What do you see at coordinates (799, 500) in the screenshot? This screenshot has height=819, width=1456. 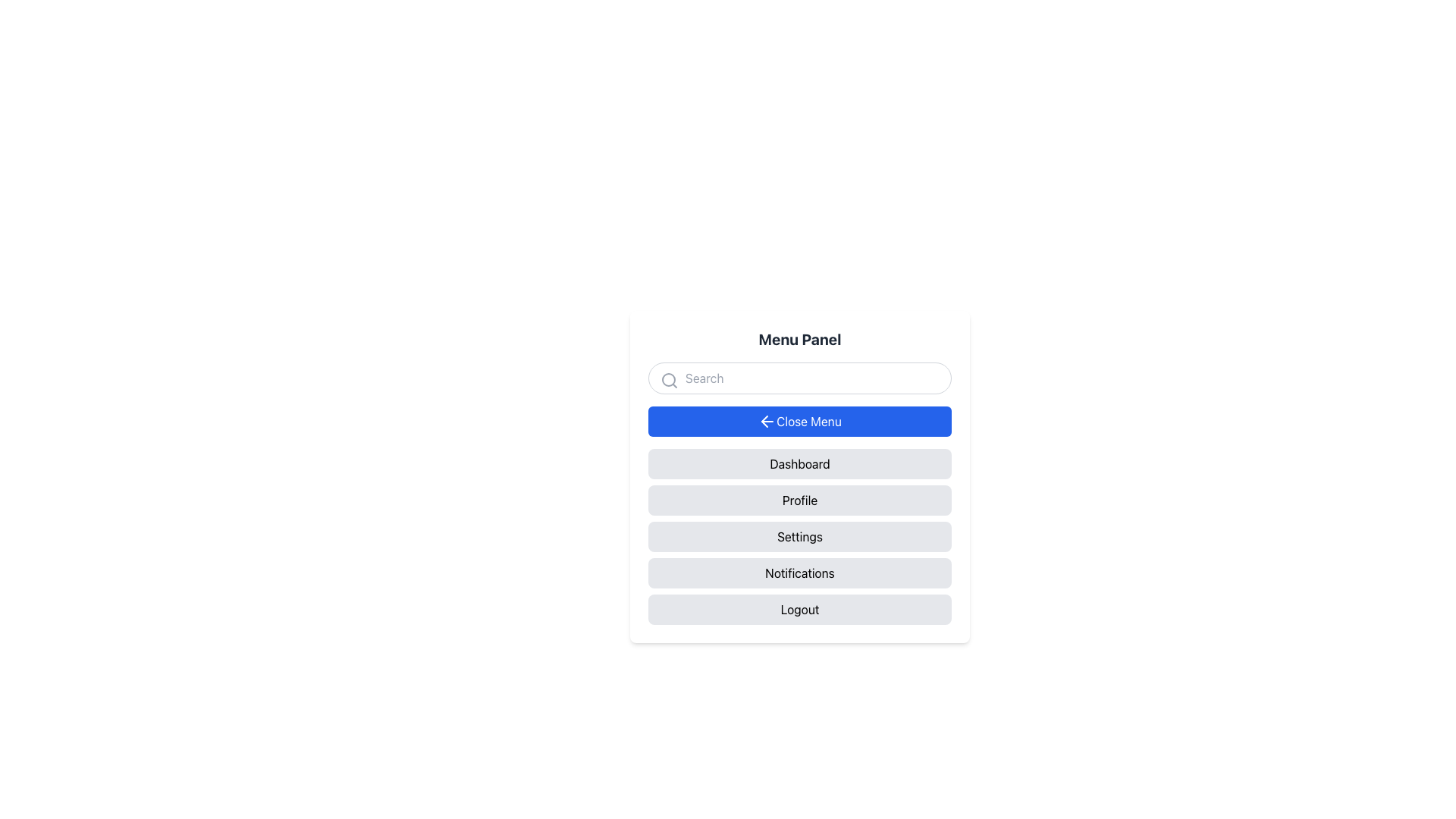 I see `the navigation button located below the 'Dashboard' button and above the 'Settings' button` at bounding box center [799, 500].